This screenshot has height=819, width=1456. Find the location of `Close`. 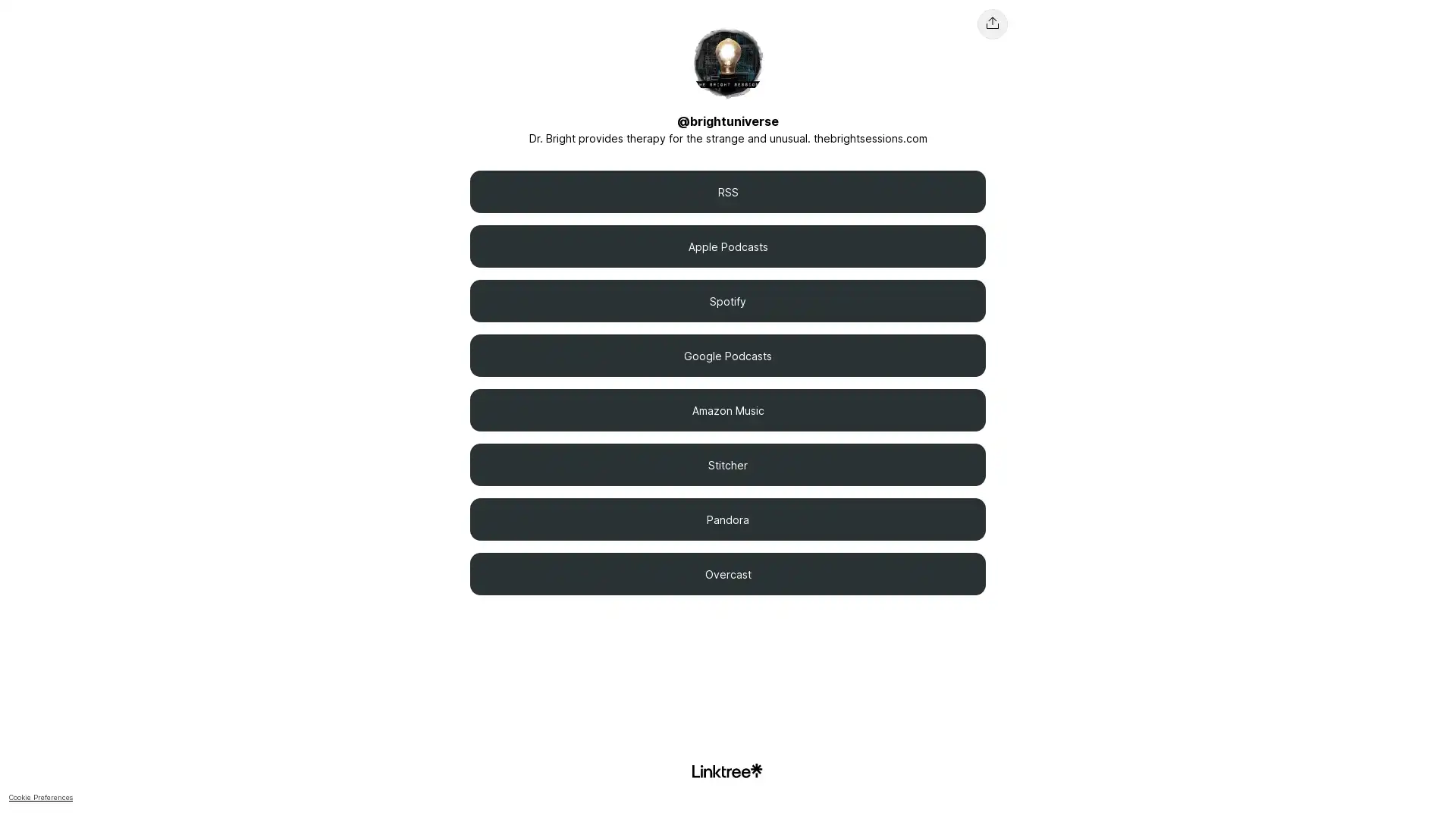

Close is located at coordinates (1430, 783).